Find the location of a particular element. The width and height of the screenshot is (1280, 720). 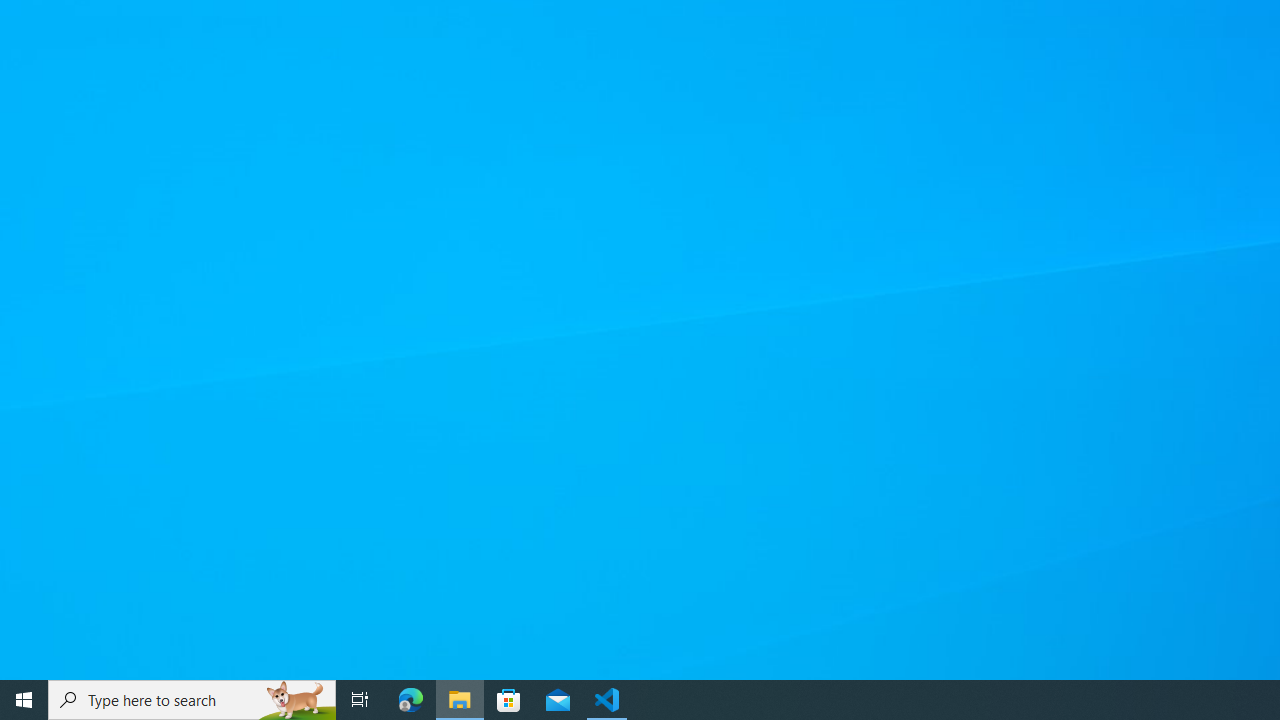

'File Explorer - 1 running window' is located at coordinates (459, 698).